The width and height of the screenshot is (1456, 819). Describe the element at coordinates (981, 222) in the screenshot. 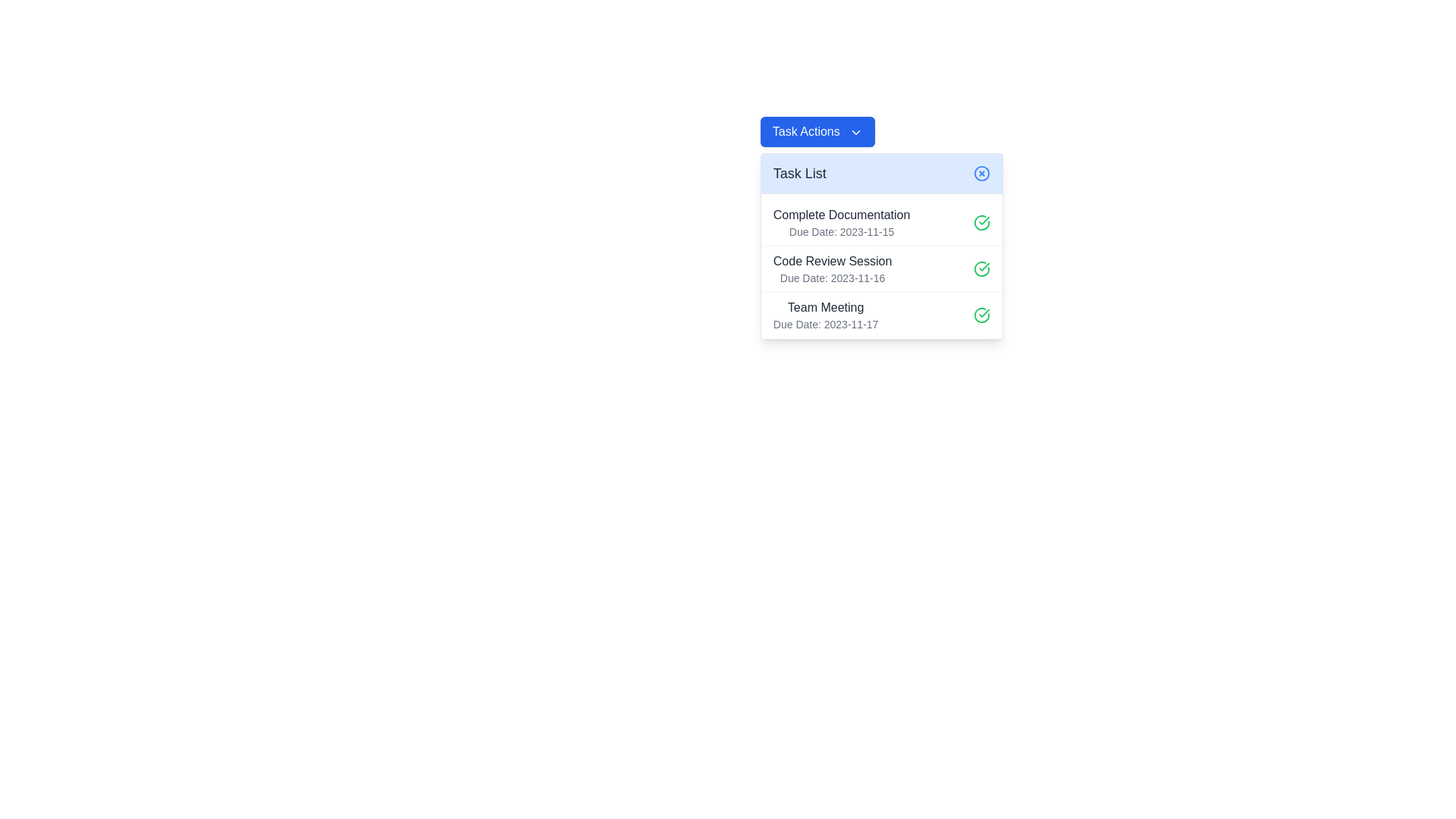

I see `the completion status icon for the 'Complete Documentation' task in the Task List interface` at that location.